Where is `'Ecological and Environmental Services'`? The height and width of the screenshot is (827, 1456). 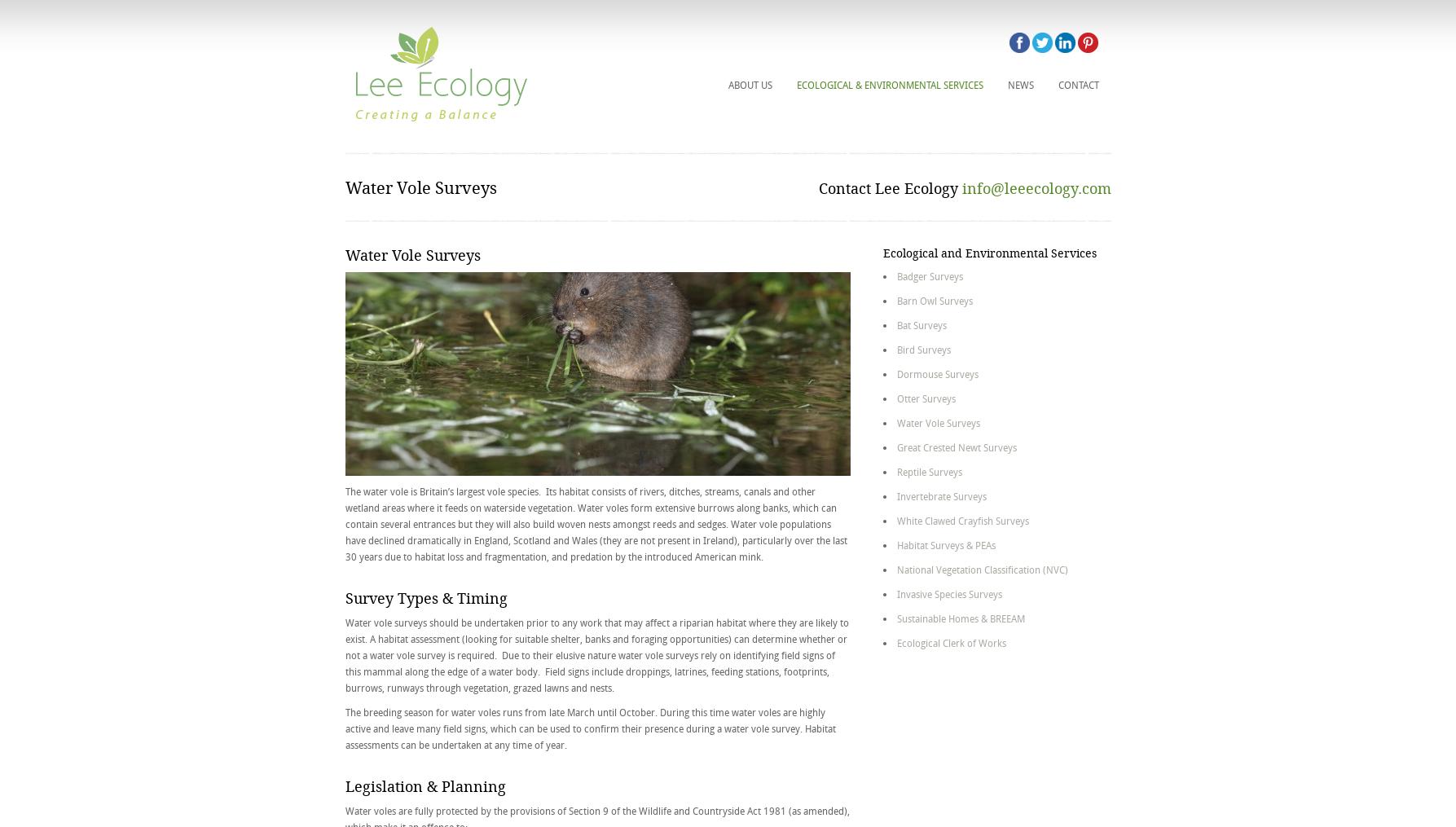 'Ecological and Environmental Services' is located at coordinates (989, 252).